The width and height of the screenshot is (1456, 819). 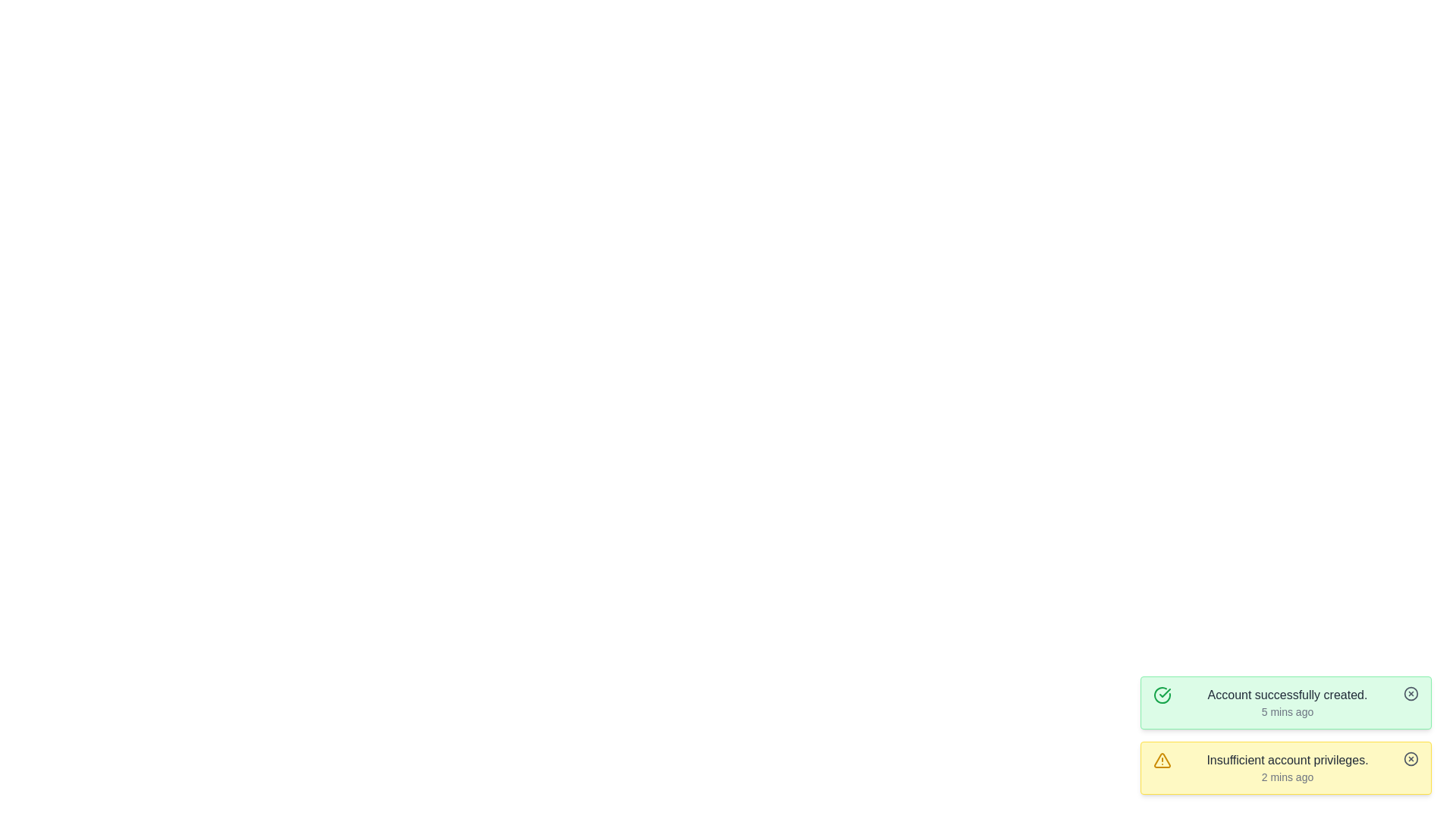 What do you see at coordinates (1287, 702) in the screenshot?
I see `the notification element displaying the message 'Account successfully created.' with a timestamp '5 mins ago' on a light green background` at bounding box center [1287, 702].